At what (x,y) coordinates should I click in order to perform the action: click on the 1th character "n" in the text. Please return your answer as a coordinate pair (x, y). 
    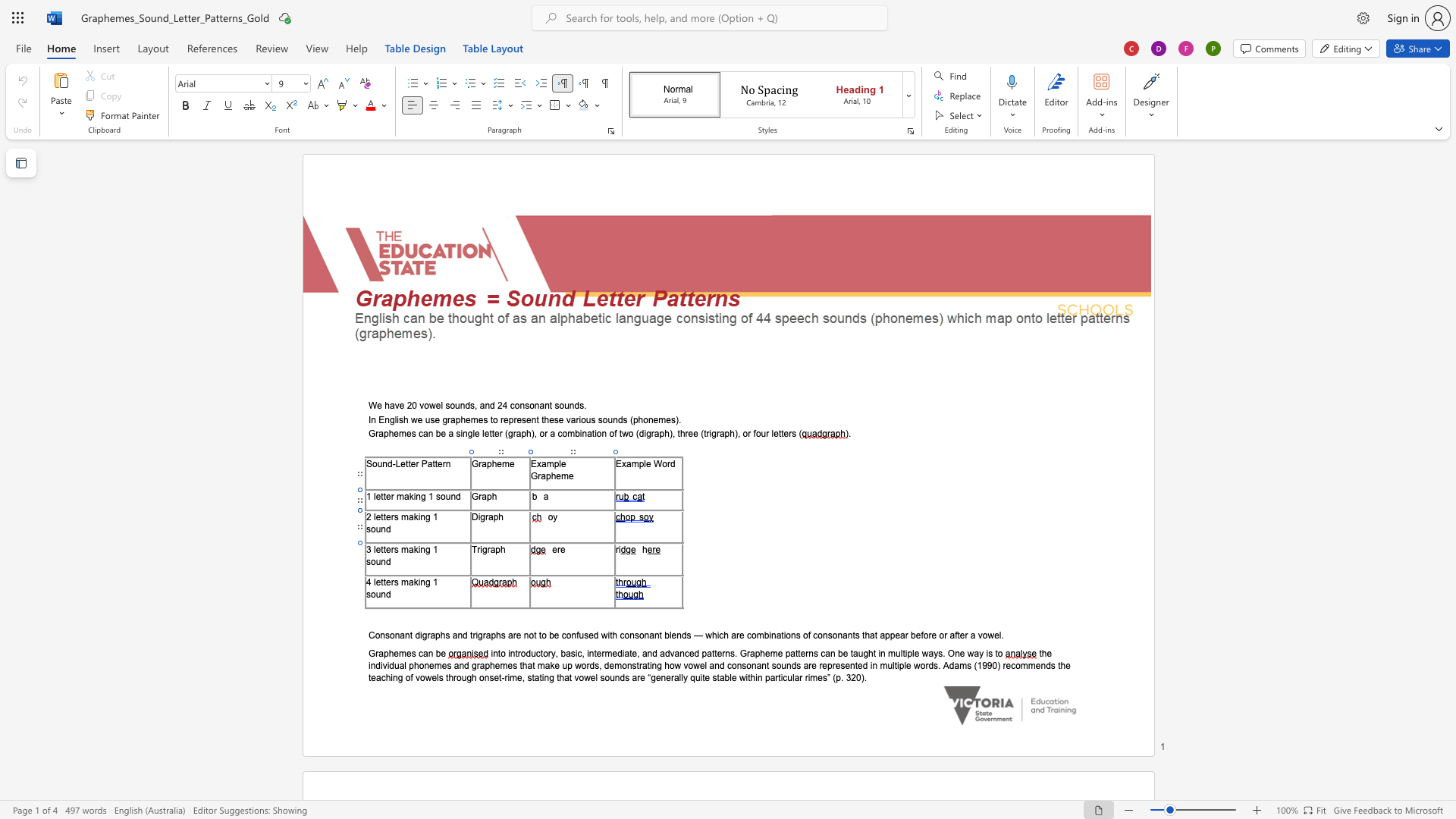
    Looking at the image, I should click on (422, 549).